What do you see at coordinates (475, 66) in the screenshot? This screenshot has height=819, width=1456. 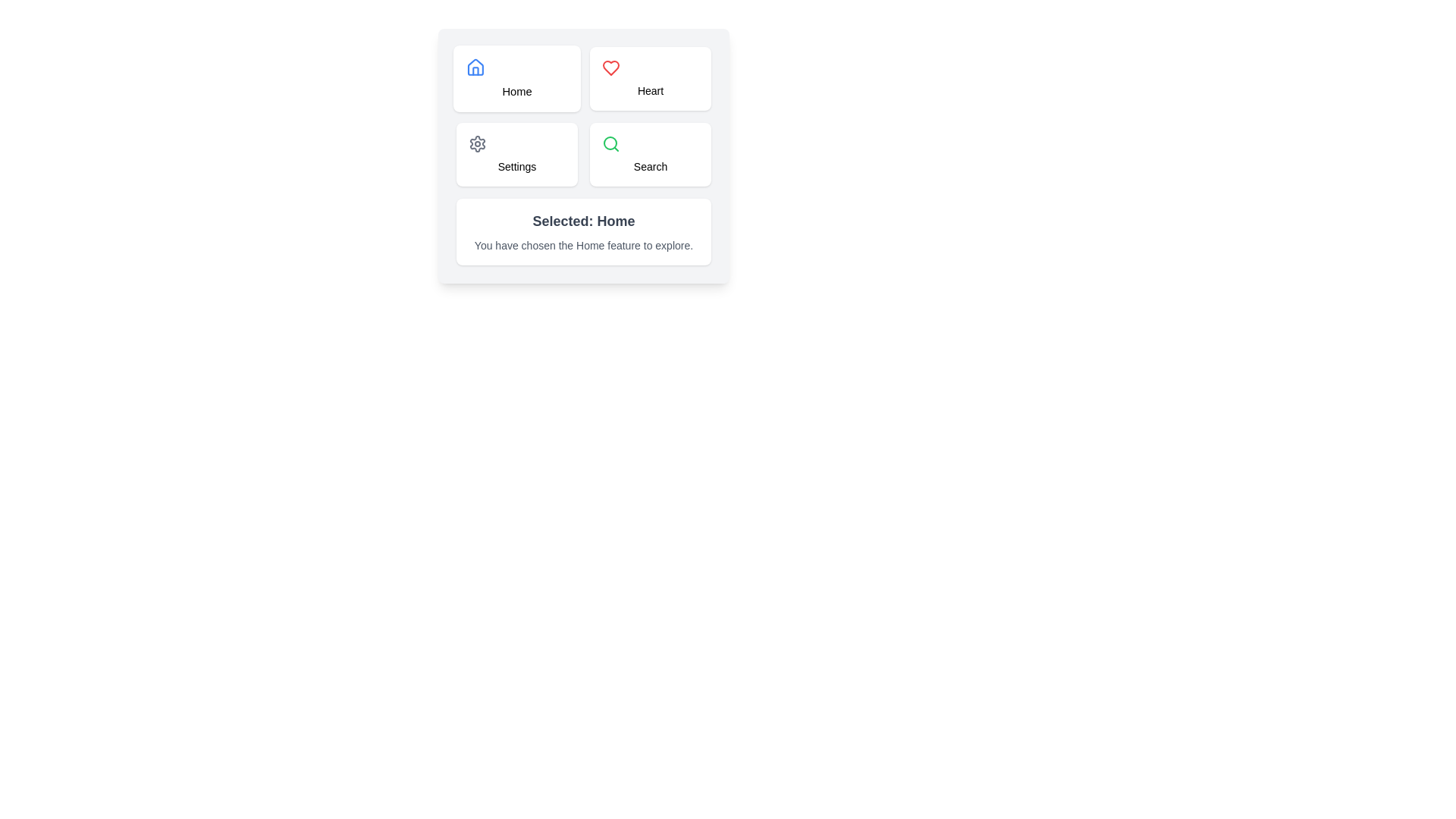 I see `the Home icon located in the top-left corner of the grid layout, above the text 'Home'` at bounding box center [475, 66].